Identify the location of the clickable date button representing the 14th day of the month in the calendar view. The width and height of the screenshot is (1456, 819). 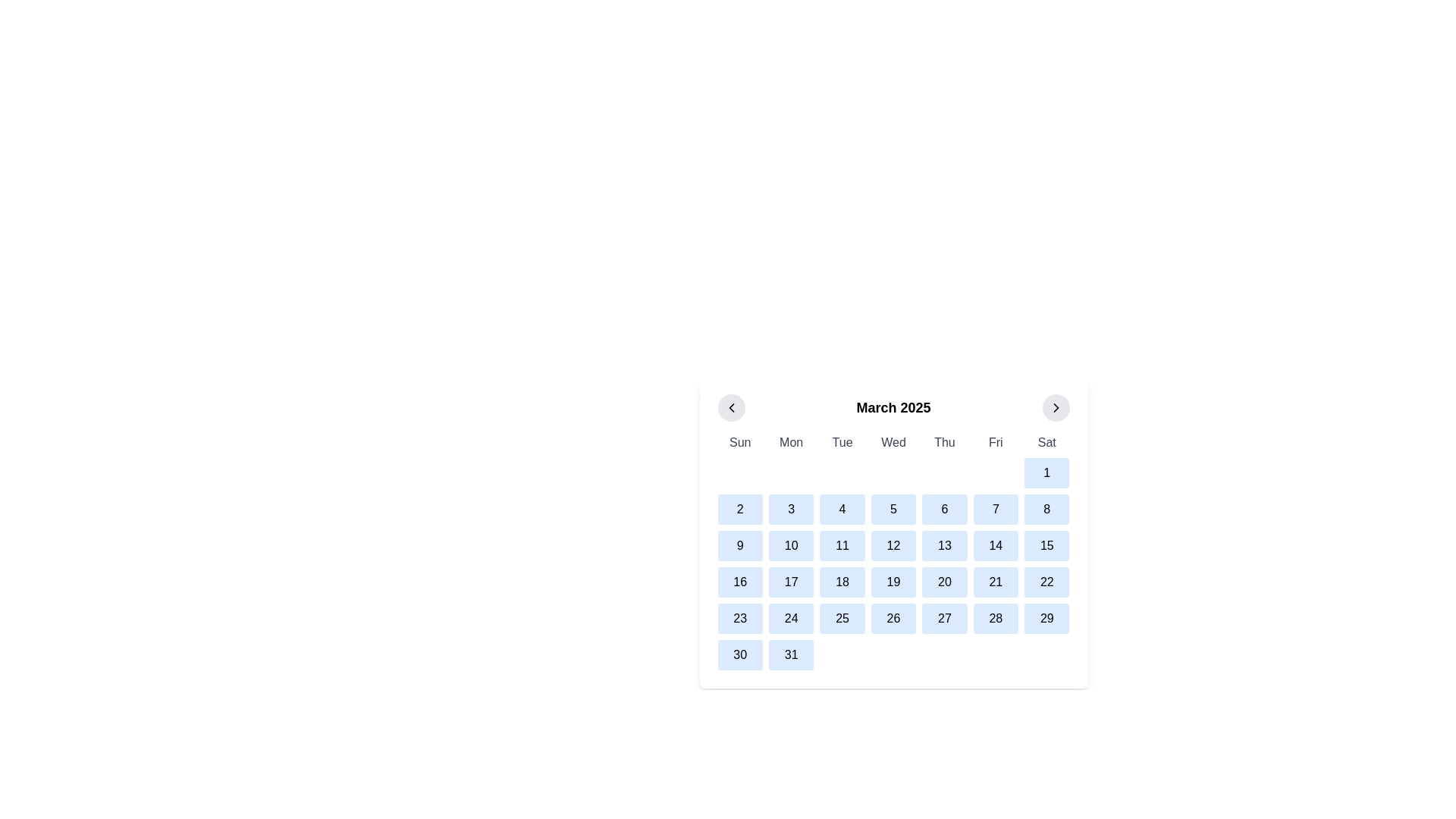
(996, 546).